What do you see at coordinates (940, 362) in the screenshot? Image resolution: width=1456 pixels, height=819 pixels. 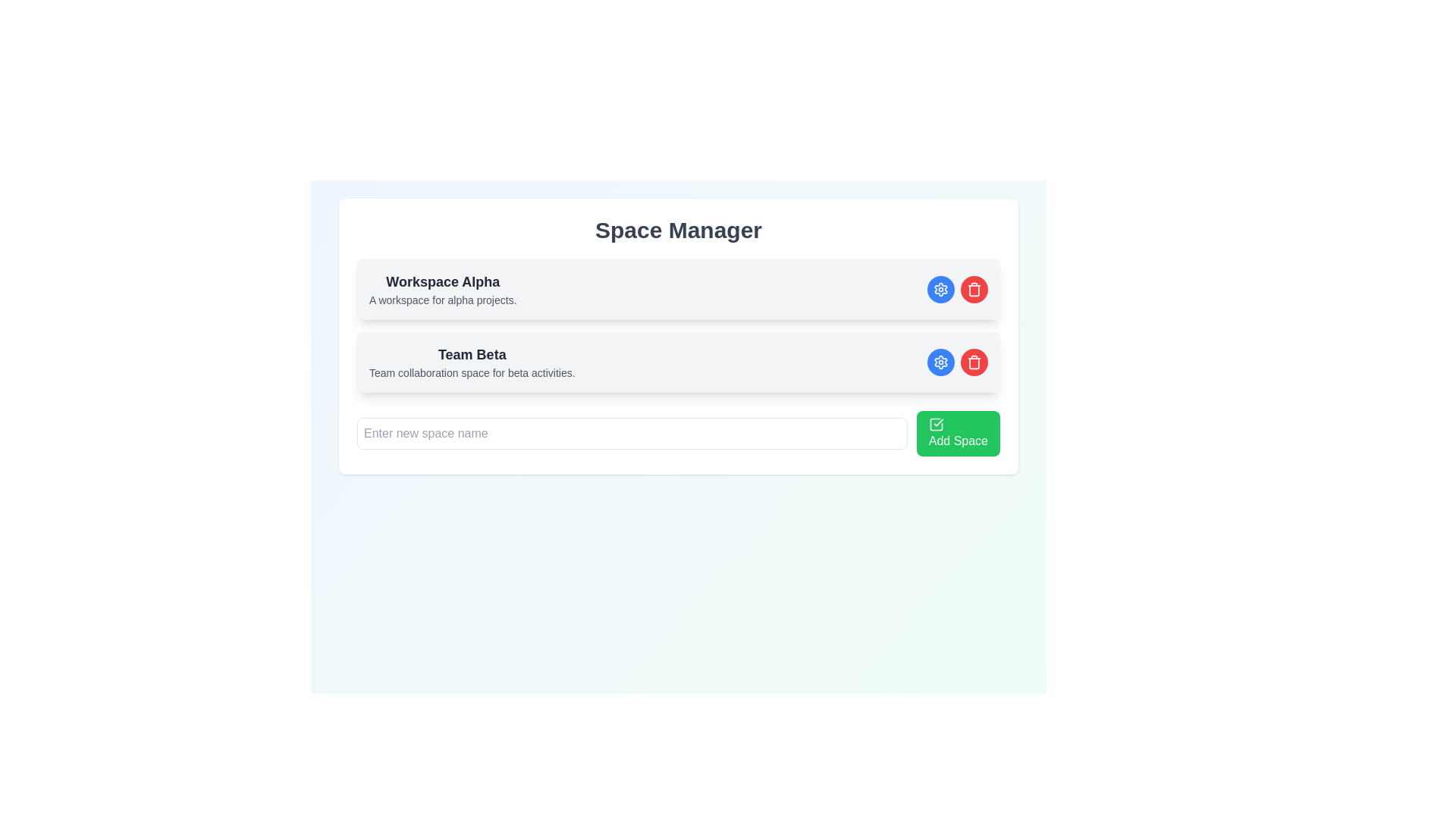 I see `the settings icon for 'Team Beta', which serves as a graphical component for accessing settings` at bounding box center [940, 362].